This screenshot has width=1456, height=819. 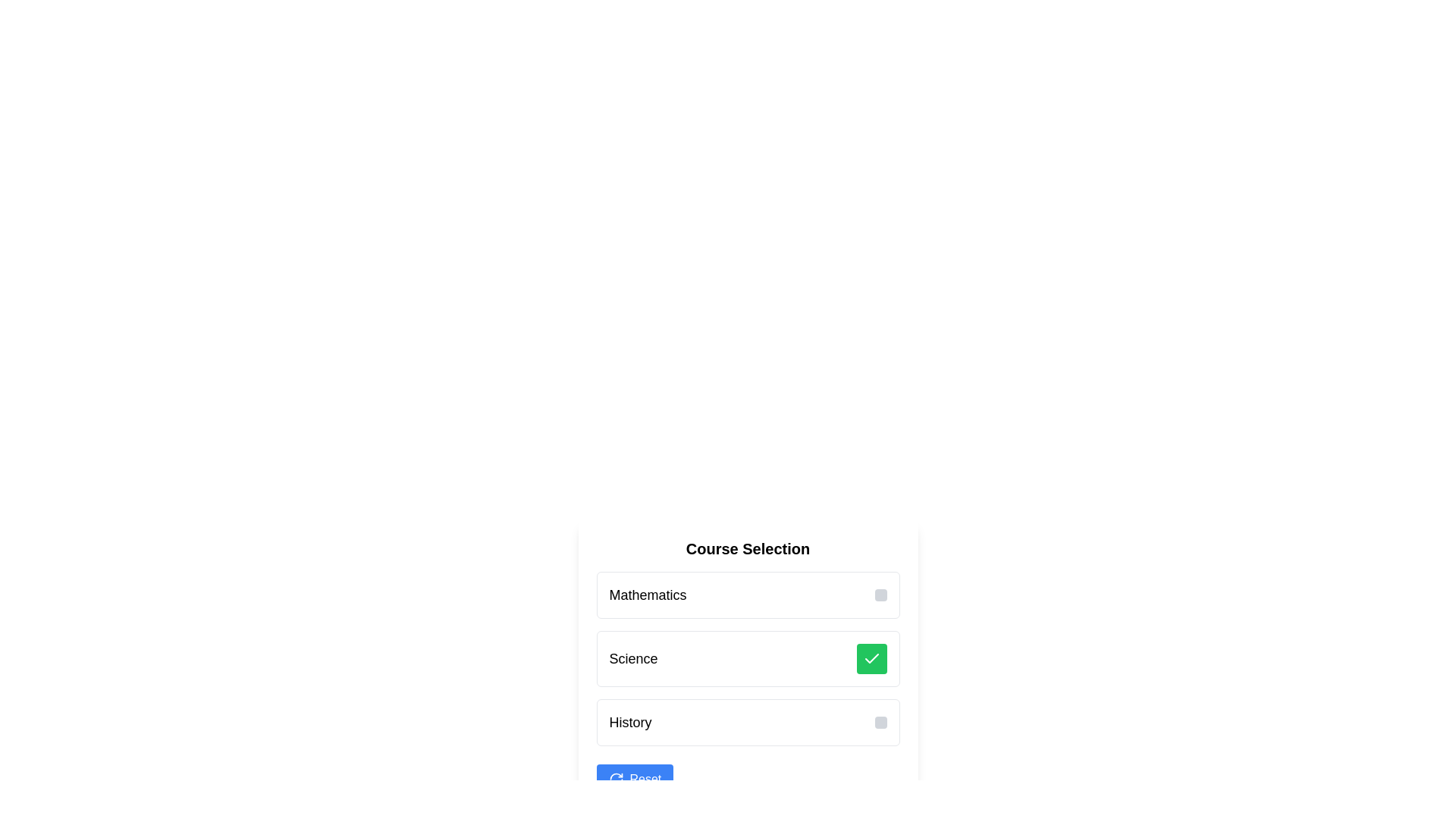 What do you see at coordinates (871, 657) in the screenshot?
I see `the 'Science' selection icon located in the vertical list labeled 'Course Selection', positioned to the far-right of the second row adjacent to the text 'Science'` at bounding box center [871, 657].